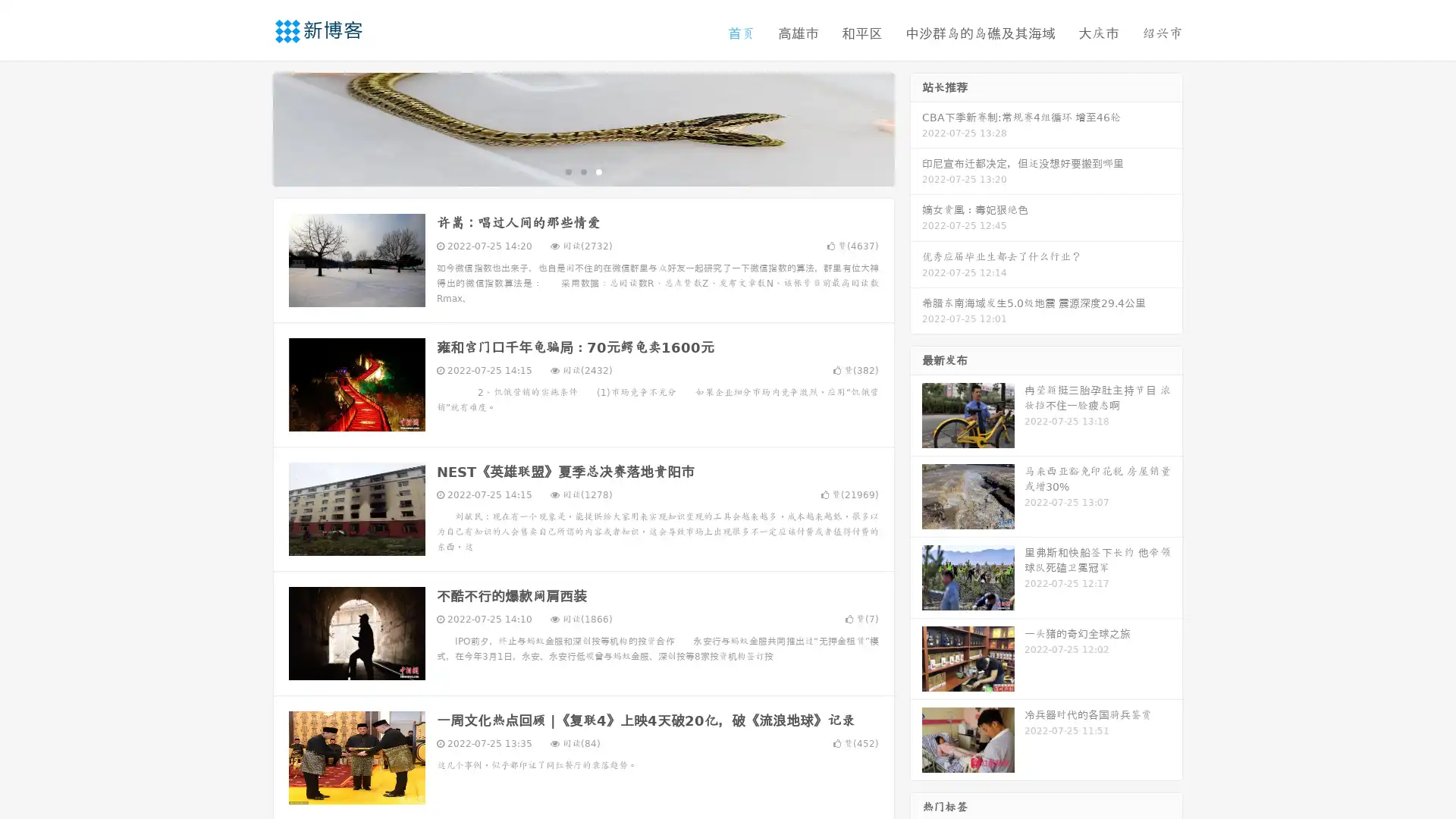 The height and width of the screenshot is (819, 1456). What do you see at coordinates (250, 127) in the screenshot?
I see `Previous slide` at bounding box center [250, 127].